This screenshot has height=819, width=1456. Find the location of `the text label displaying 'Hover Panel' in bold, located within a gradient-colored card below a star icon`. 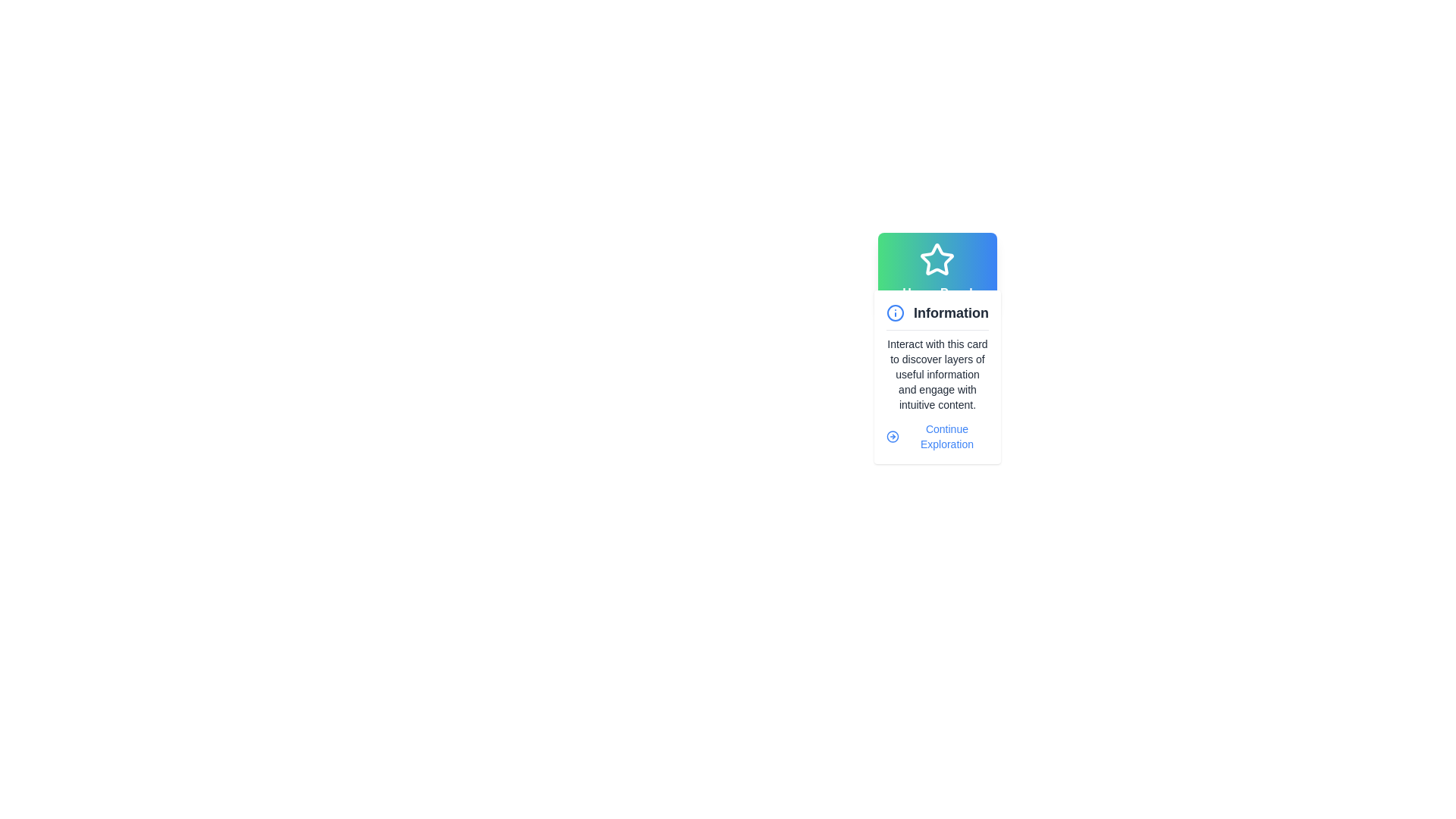

the text label displaying 'Hover Panel' in bold, located within a gradient-colored card below a star icon is located at coordinates (937, 293).